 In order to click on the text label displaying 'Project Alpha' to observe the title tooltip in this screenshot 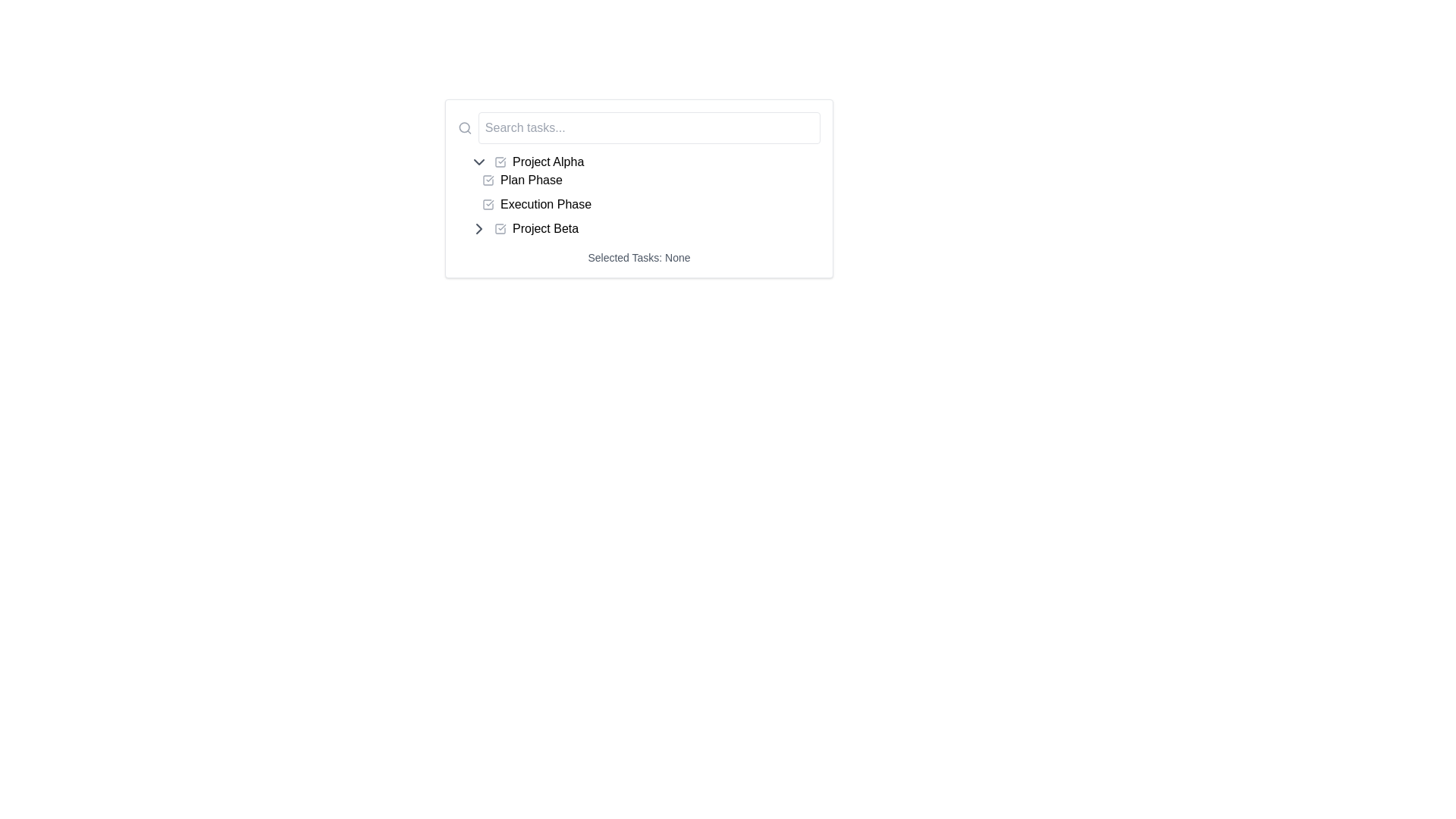, I will do `click(548, 162)`.